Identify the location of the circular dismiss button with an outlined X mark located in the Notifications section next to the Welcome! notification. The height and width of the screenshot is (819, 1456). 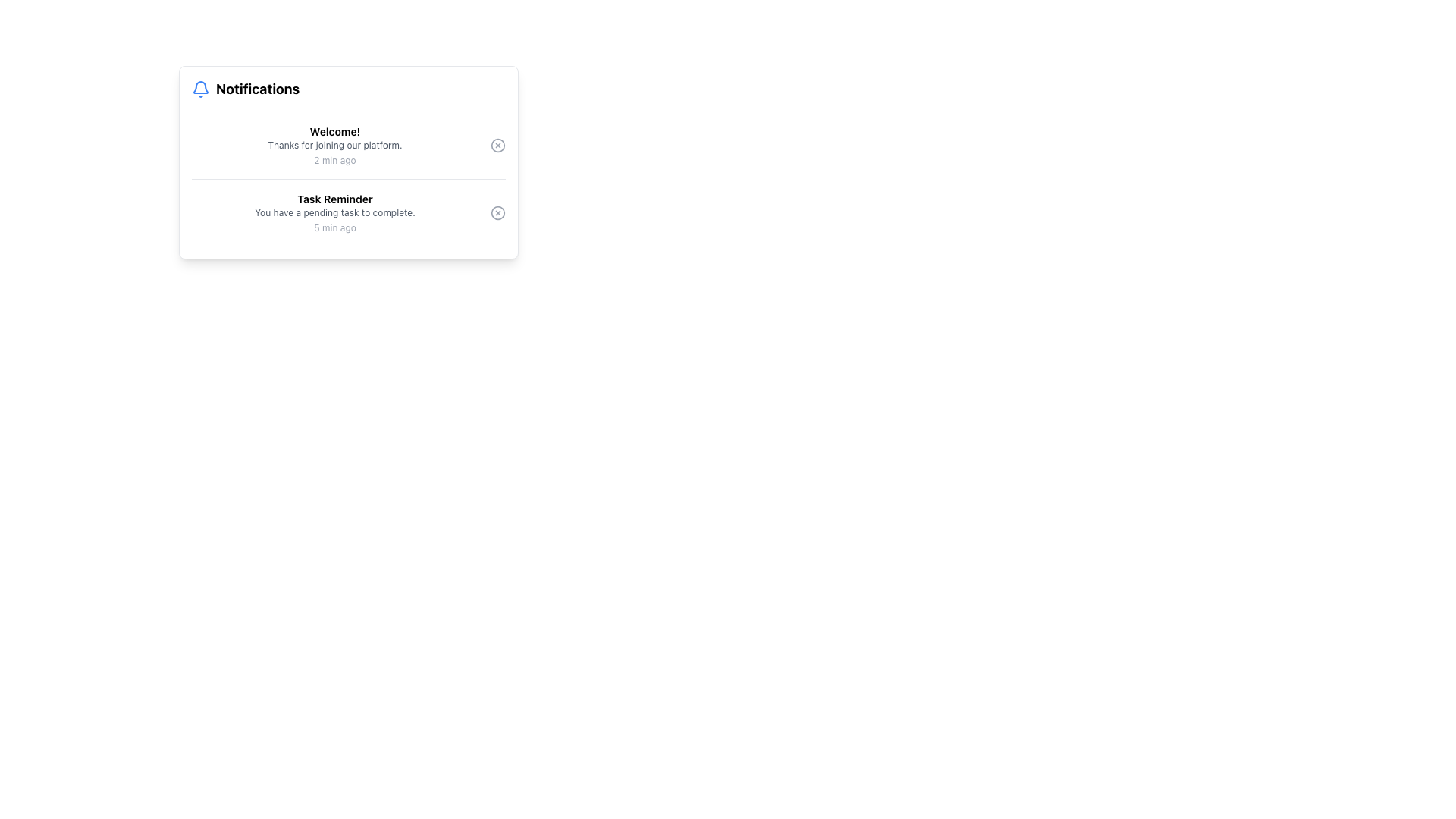
(498, 146).